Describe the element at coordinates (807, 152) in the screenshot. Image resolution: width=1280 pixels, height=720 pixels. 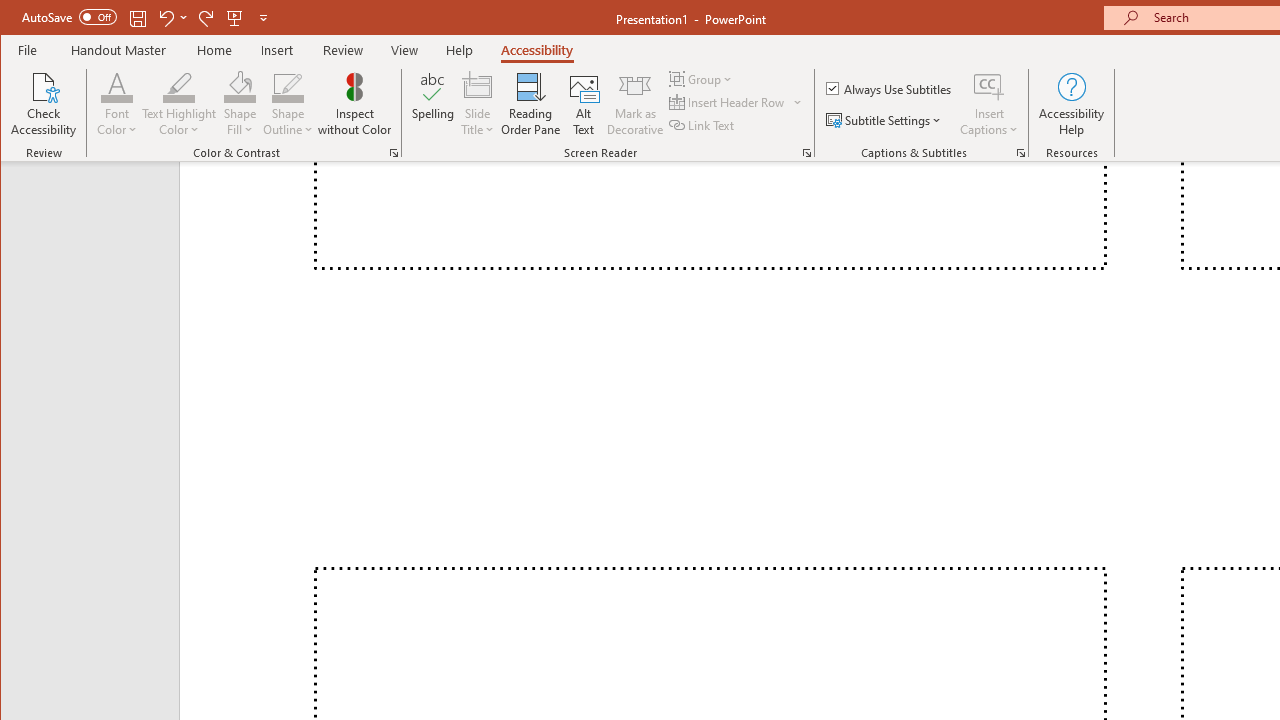
I see `'Screen Reader'` at that location.